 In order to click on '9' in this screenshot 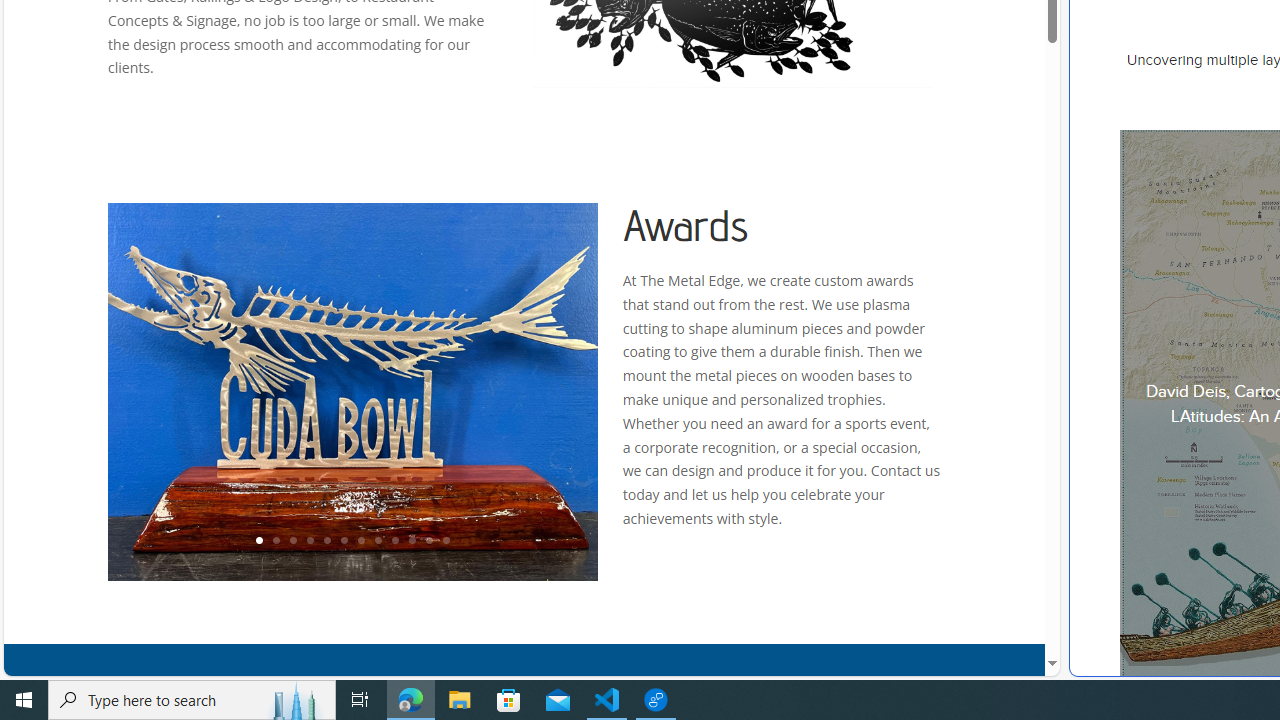, I will do `click(394, 541)`.